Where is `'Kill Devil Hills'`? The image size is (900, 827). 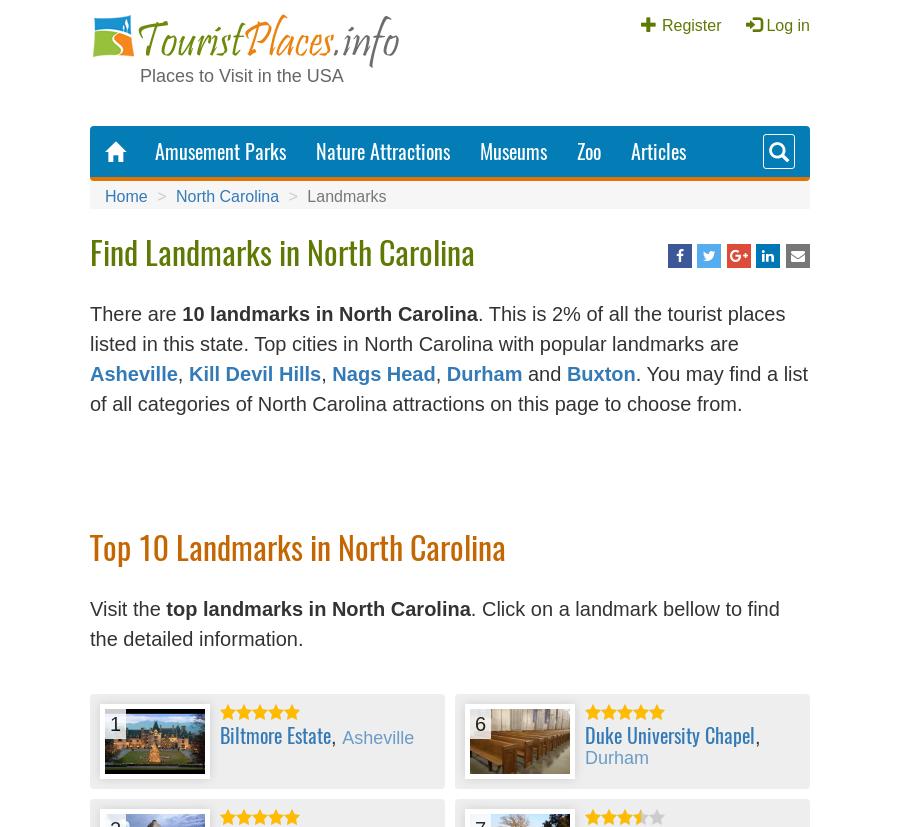
'Kill Devil Hills' is located at coordinates (253, 372).